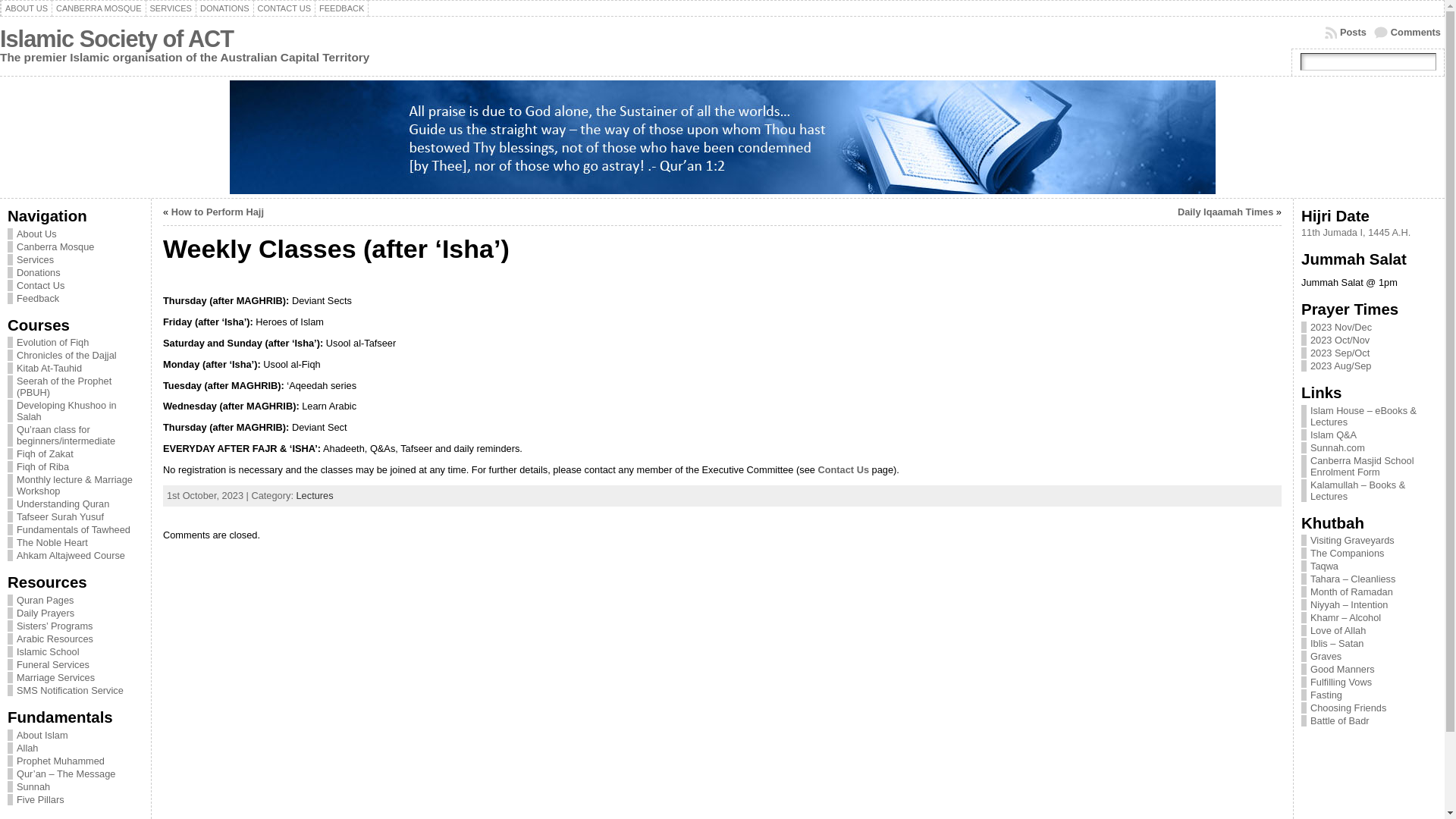 This screenshot has height=819, width=1456. Describe the element at coordinates (74, 786) in the screenshot. I see `'Sunnah'` at that location.